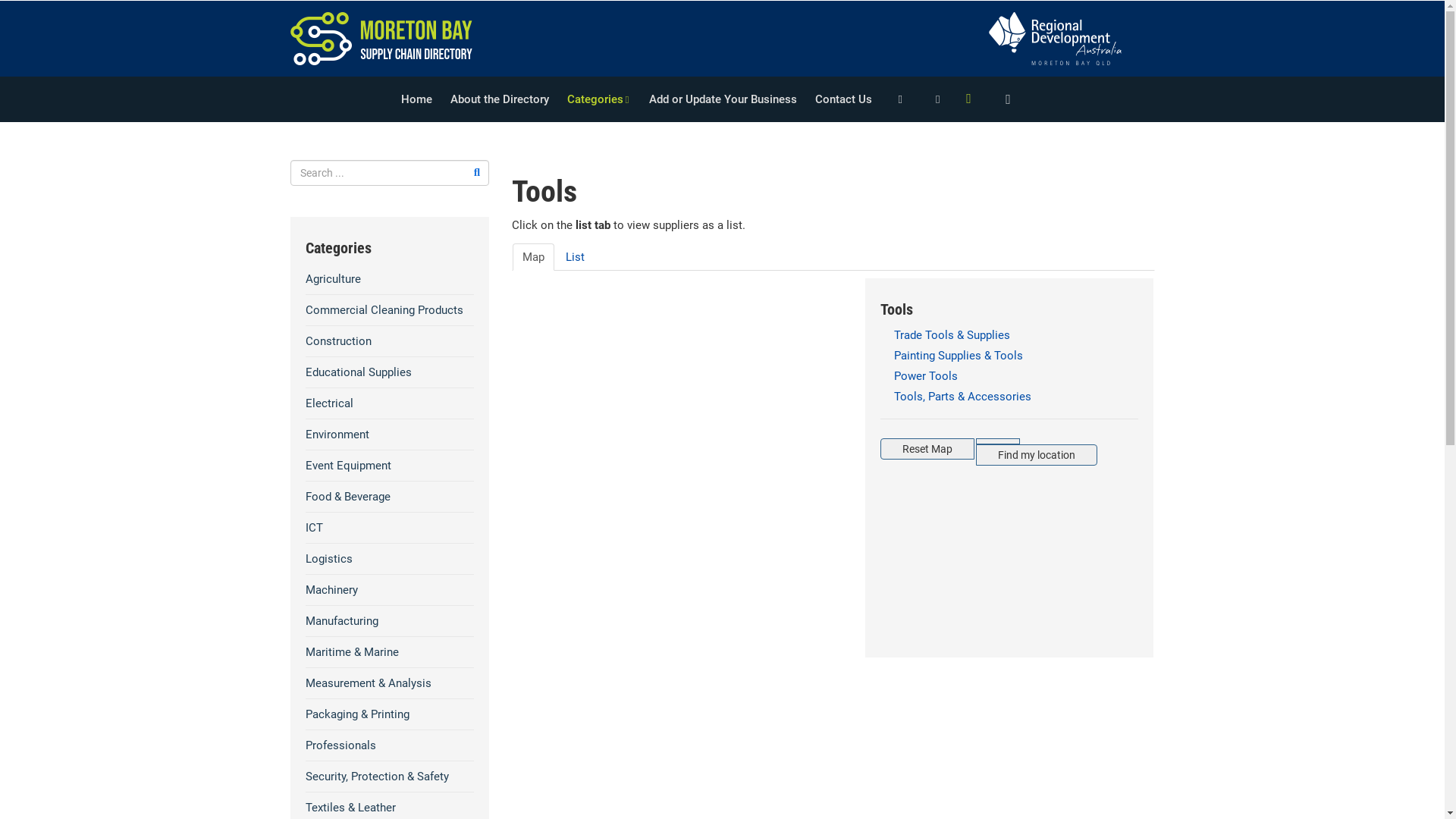  Describe the element at coordinates (389, 683) in the screenshot. I see `'Measurement & Analysis'` at that location.